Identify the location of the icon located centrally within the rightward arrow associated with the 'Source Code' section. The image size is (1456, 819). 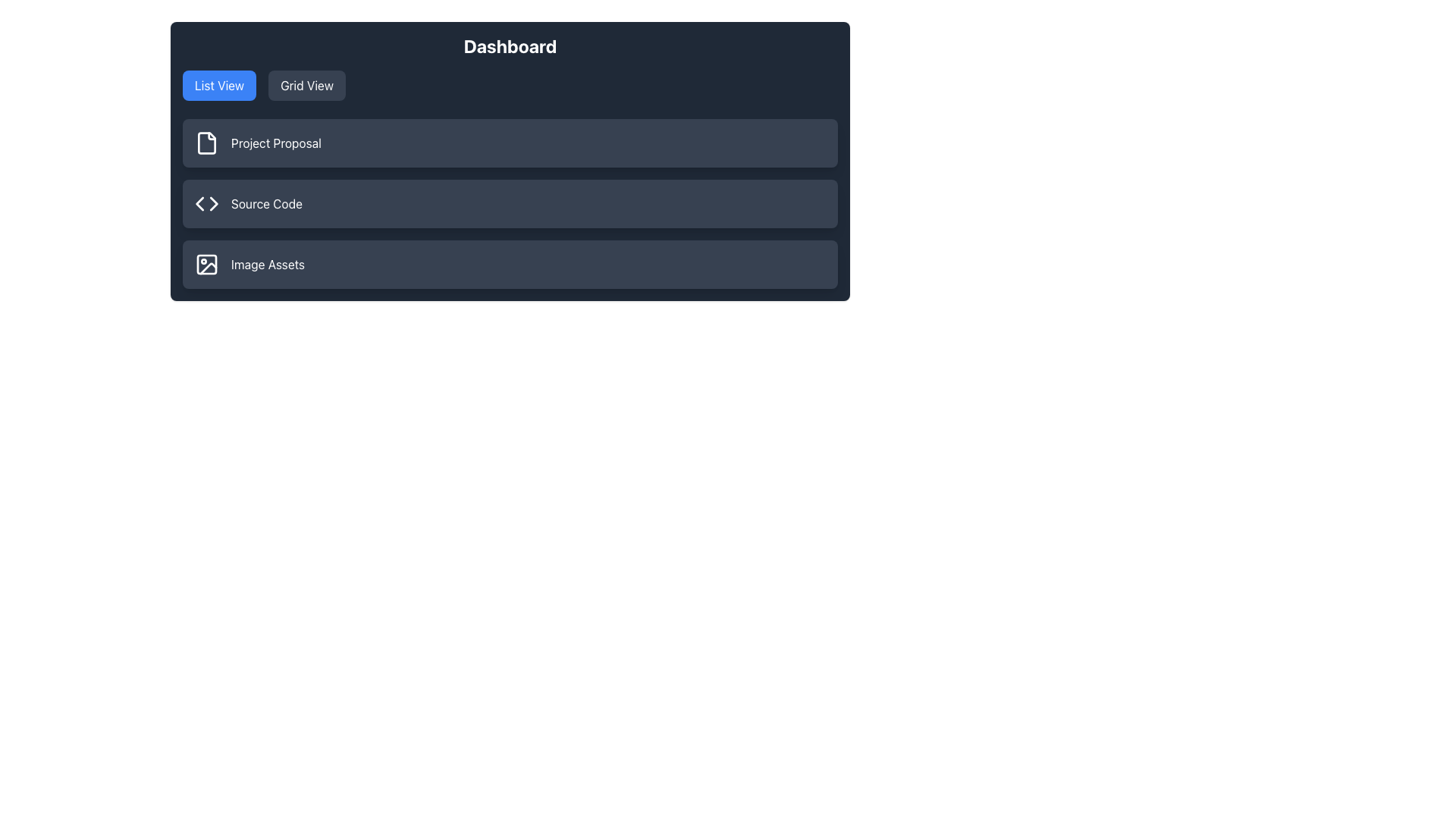
(213, 203).